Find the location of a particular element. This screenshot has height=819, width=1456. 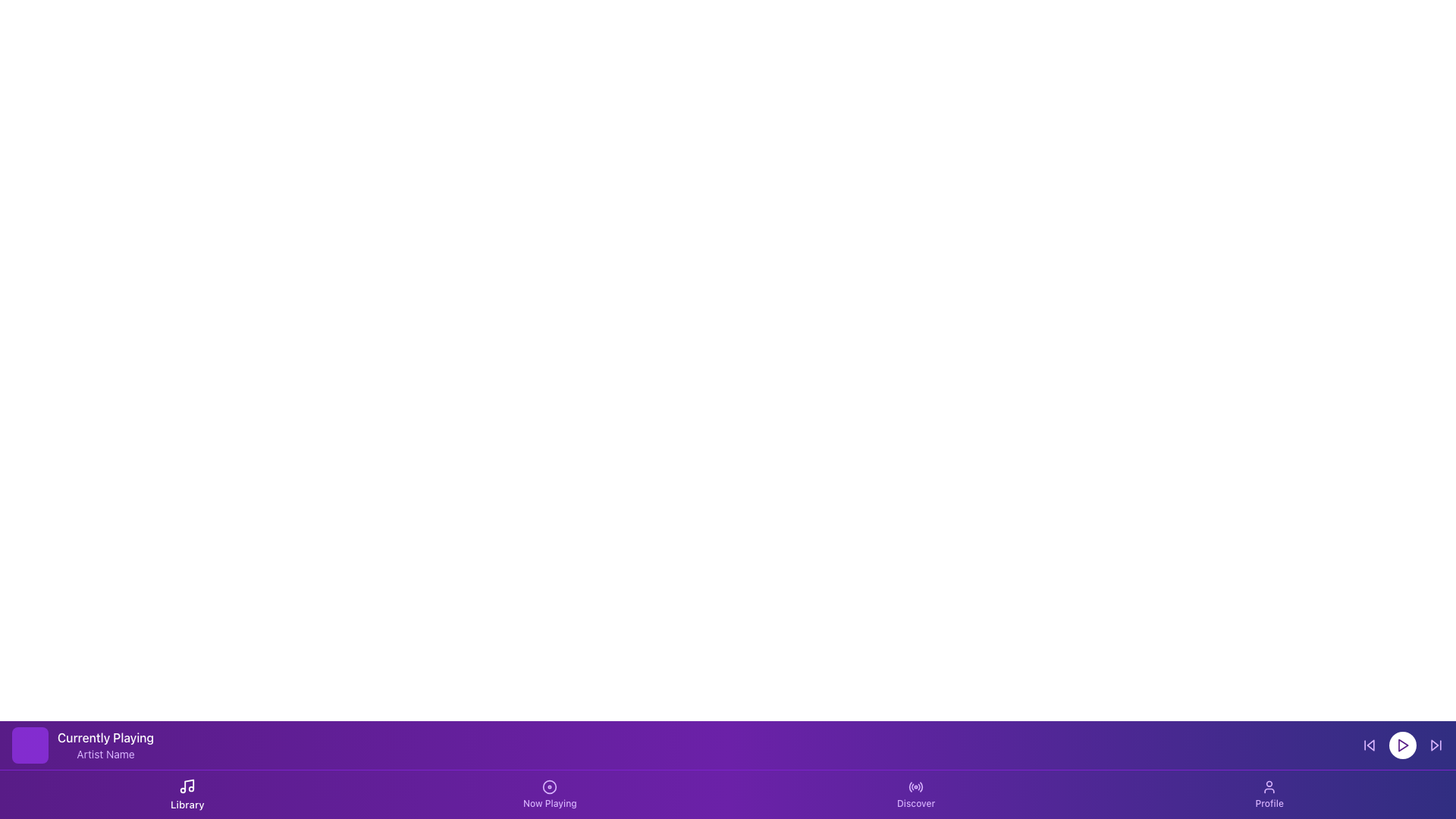

'Profile' text label located in the bottom navigation bar, styled in purple and positioned under the user icon is located at coordinates (1269, 803).